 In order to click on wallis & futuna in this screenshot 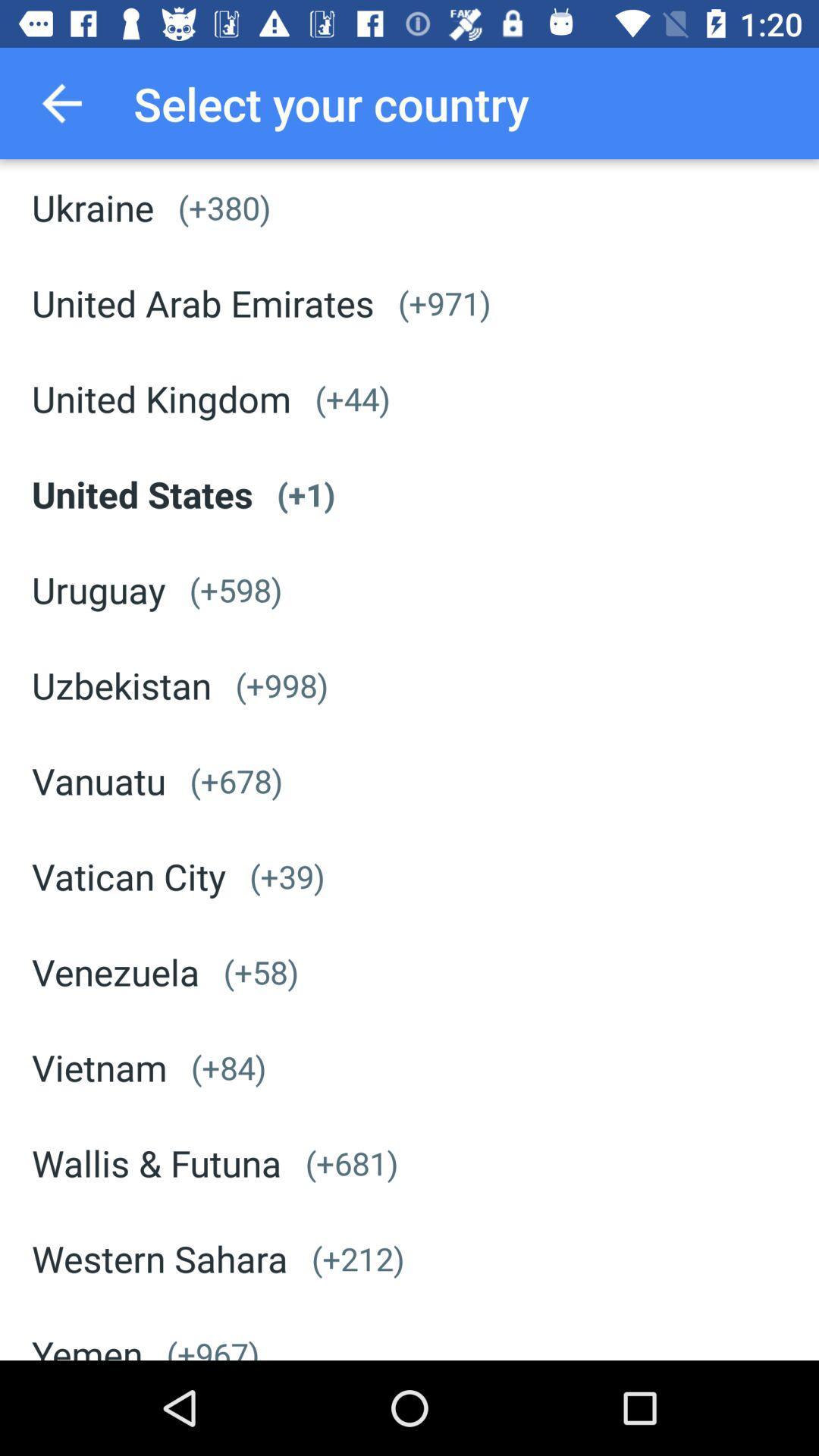, I will do `click(156, 1162)`.